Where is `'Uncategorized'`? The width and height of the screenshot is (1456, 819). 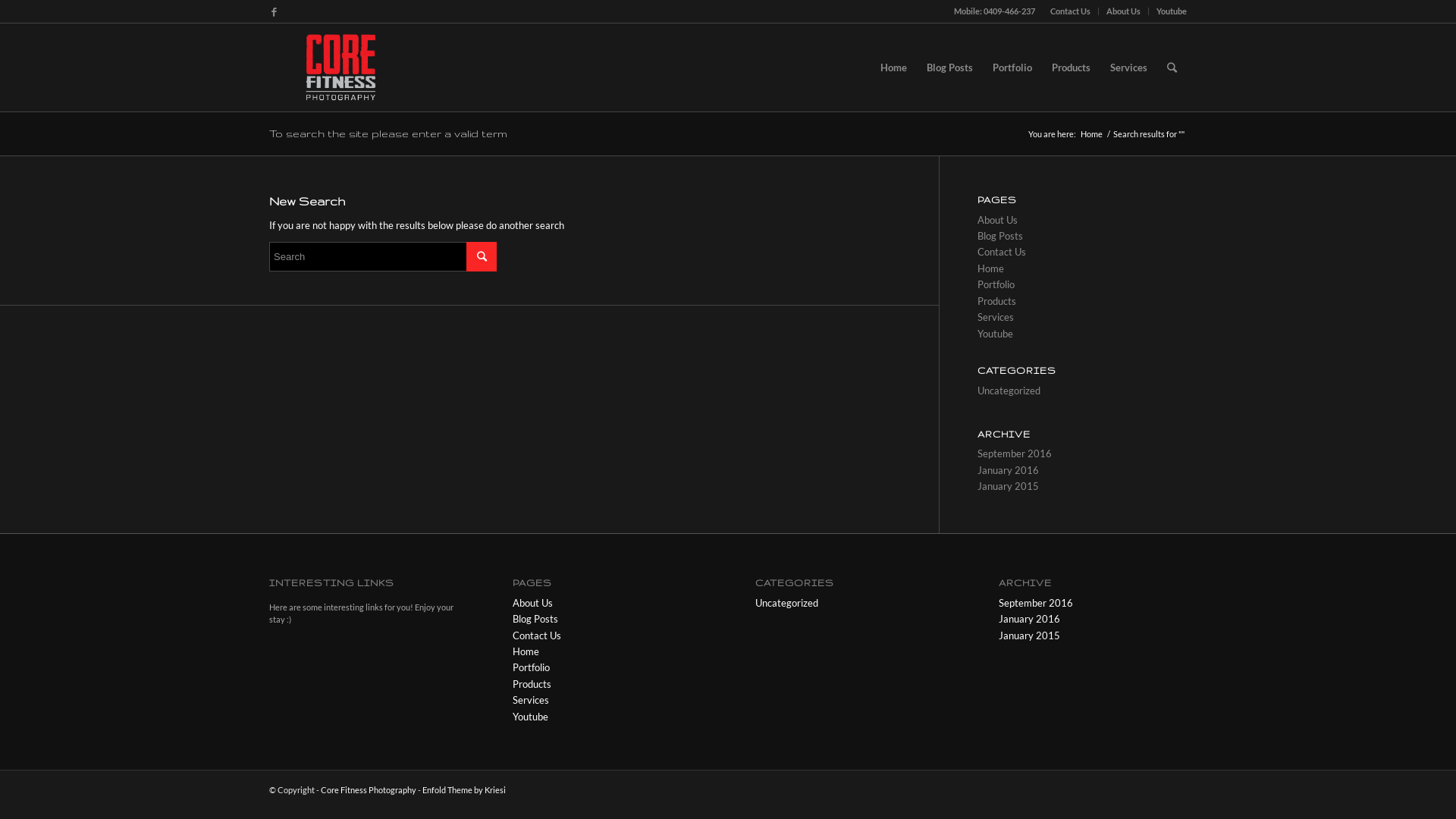
'Uncategorized' is located at coordinates (786, 601).